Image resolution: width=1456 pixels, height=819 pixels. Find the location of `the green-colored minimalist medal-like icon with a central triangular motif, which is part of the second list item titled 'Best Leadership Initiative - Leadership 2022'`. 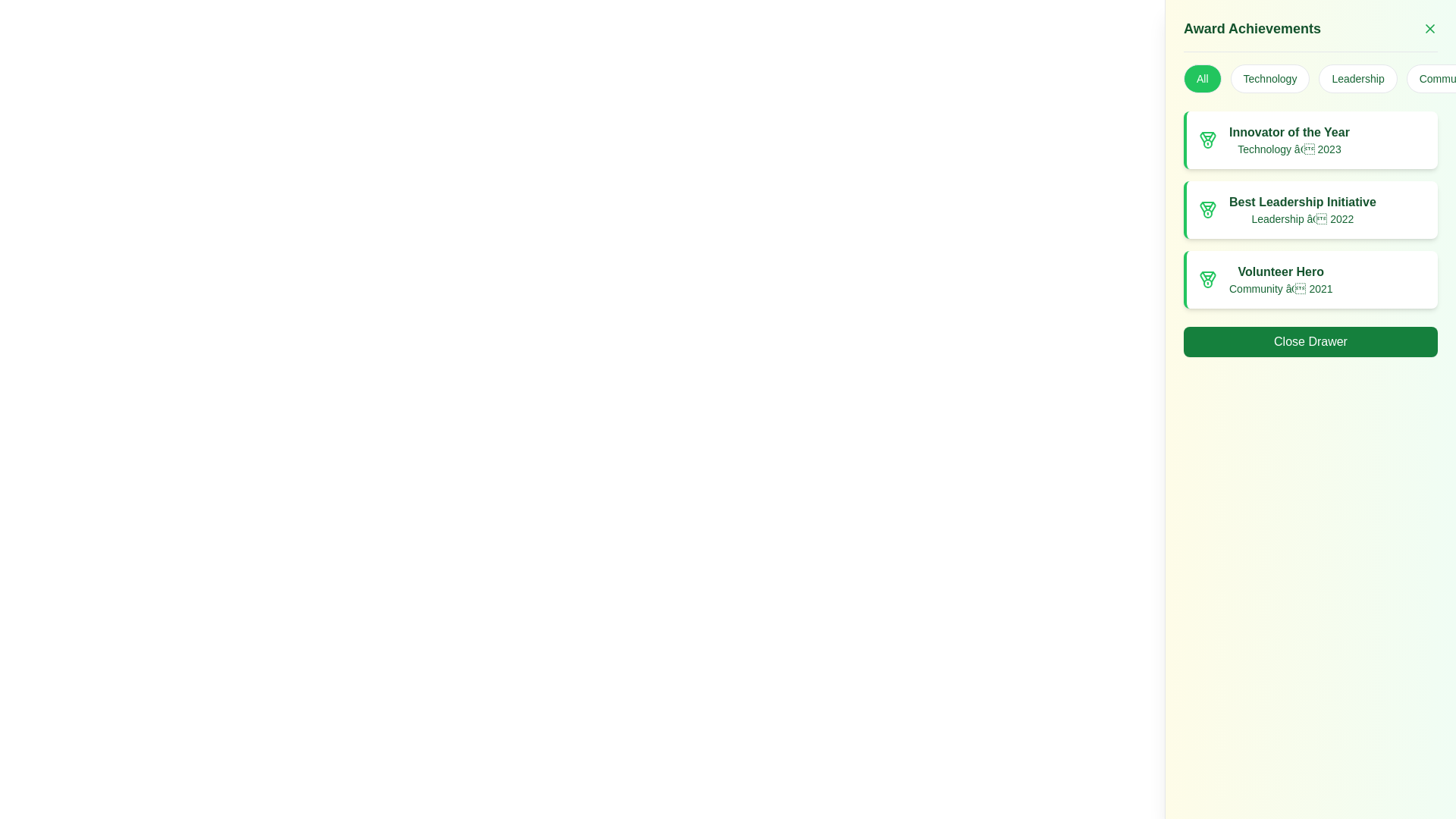

the green-colored minimalist medal-like icon with a central triangular motif, which is part of the second list item titled 'Best Leadership Initiative - Leadership 2022' is located at coordinates (1207, 207).